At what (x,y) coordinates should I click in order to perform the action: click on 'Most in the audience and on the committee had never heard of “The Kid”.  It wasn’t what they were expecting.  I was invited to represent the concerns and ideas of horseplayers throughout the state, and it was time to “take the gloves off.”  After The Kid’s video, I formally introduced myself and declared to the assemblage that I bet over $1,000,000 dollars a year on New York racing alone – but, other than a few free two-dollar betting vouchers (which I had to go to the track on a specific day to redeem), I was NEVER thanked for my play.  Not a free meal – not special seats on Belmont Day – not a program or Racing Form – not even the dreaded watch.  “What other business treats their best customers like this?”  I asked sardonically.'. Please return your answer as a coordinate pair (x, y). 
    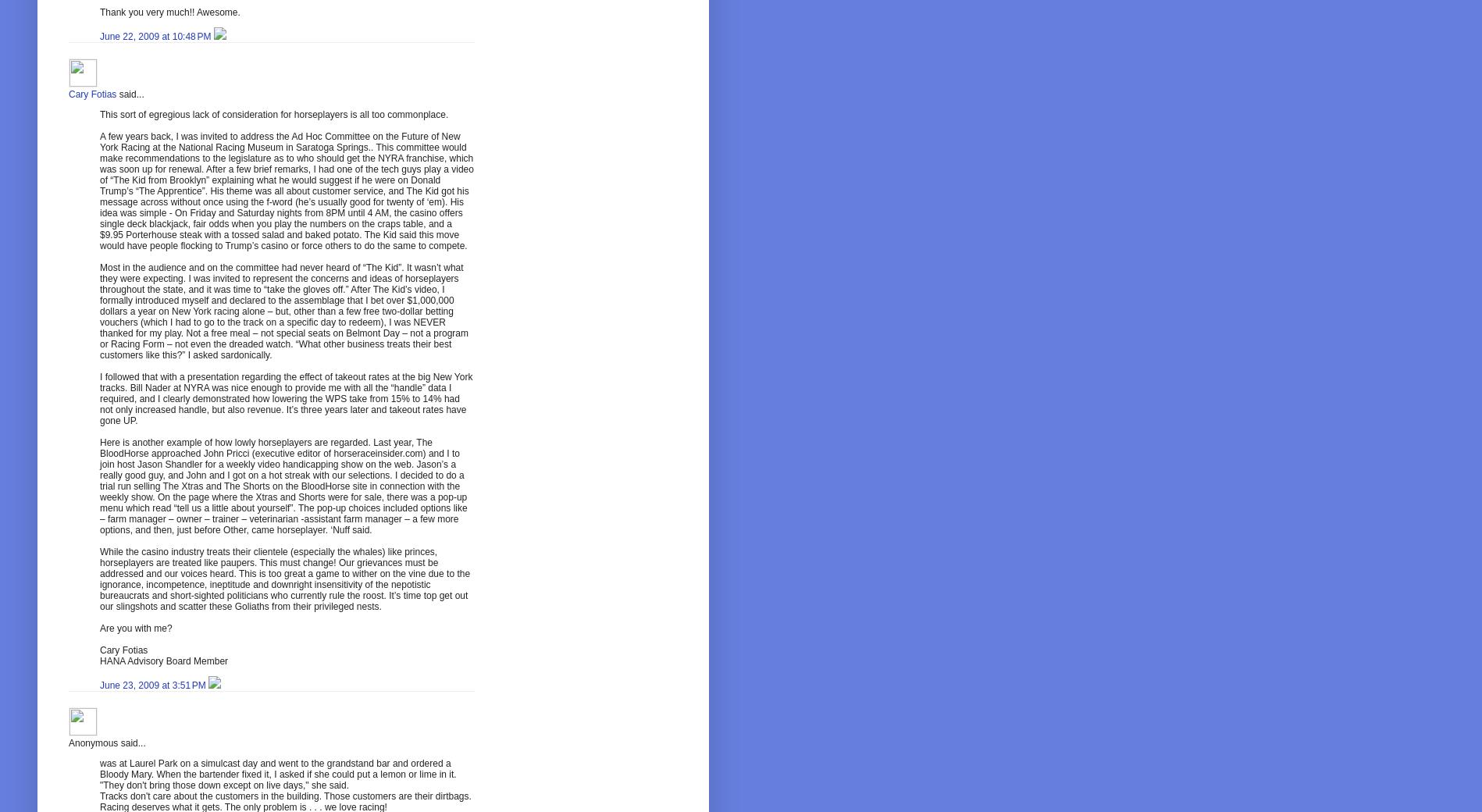
    Looking at the image, I should click on (284, 311).